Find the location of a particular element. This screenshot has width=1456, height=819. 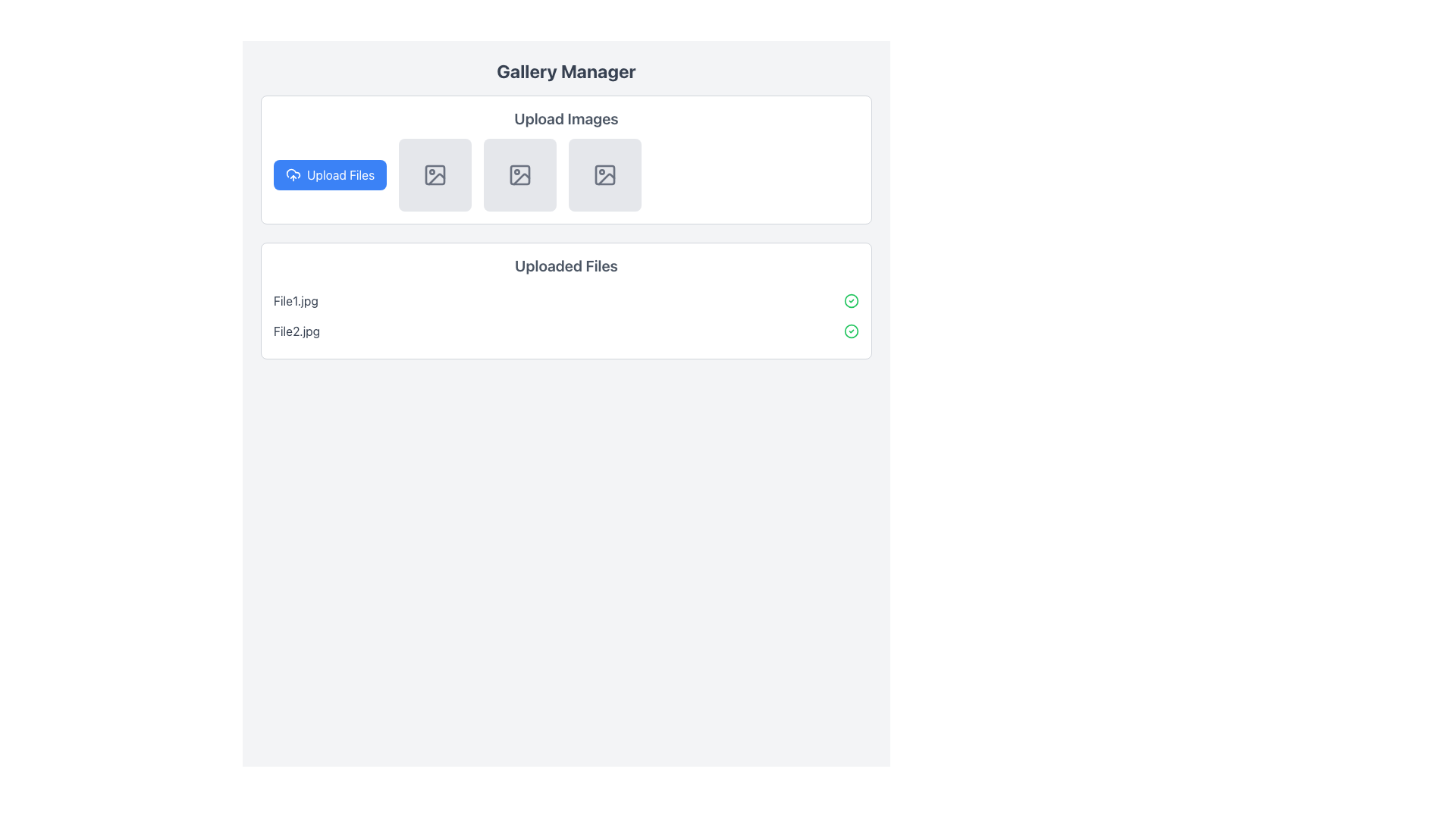

the success icon indicating that the file 'File1.jpg' has been successfully uploaded, which is located to the right of the file name in the uploaded files list is located at coordinates (852, 301).